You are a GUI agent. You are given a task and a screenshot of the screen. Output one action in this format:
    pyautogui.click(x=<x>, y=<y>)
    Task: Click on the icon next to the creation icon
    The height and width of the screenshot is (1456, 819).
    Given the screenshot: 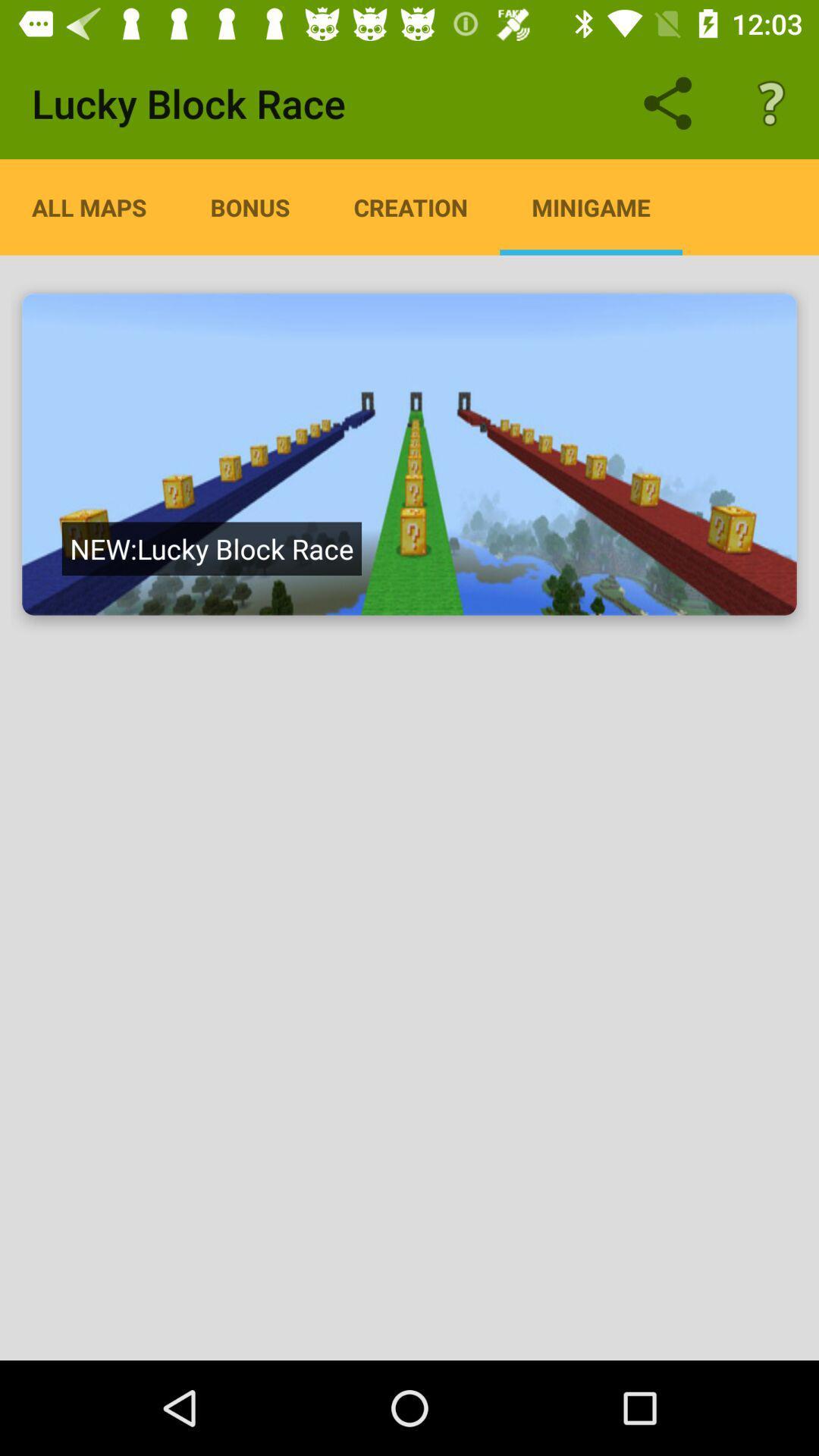 What is the action you would take?
    pyautogui.click(x=590, y=206)
    